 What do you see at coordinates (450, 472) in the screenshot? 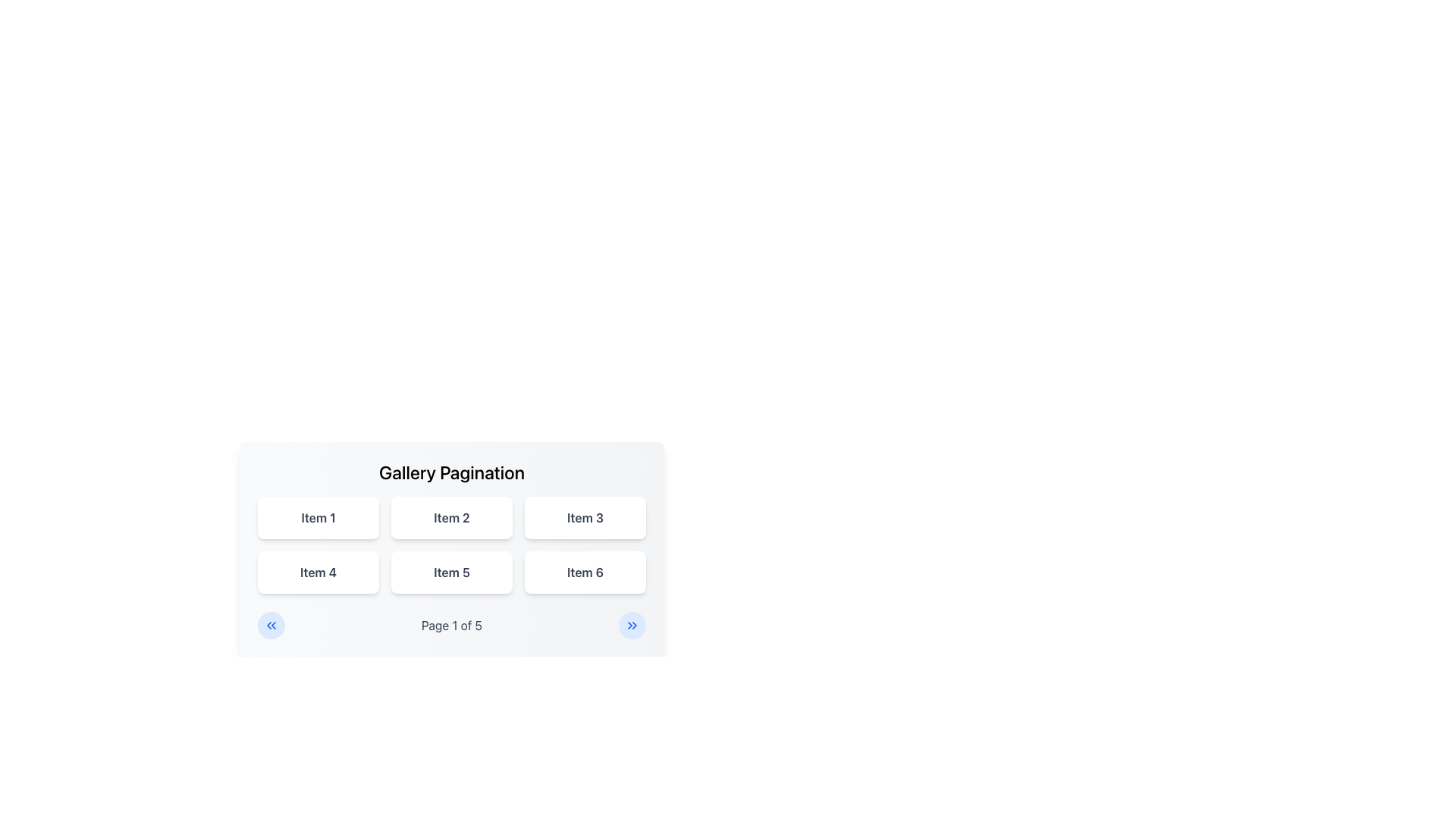
I see `the 'Gallery Pagination' text label, which is a bold, black text element centered at the top of the pagination controls for the gallery` at bounding box center [450, 472].